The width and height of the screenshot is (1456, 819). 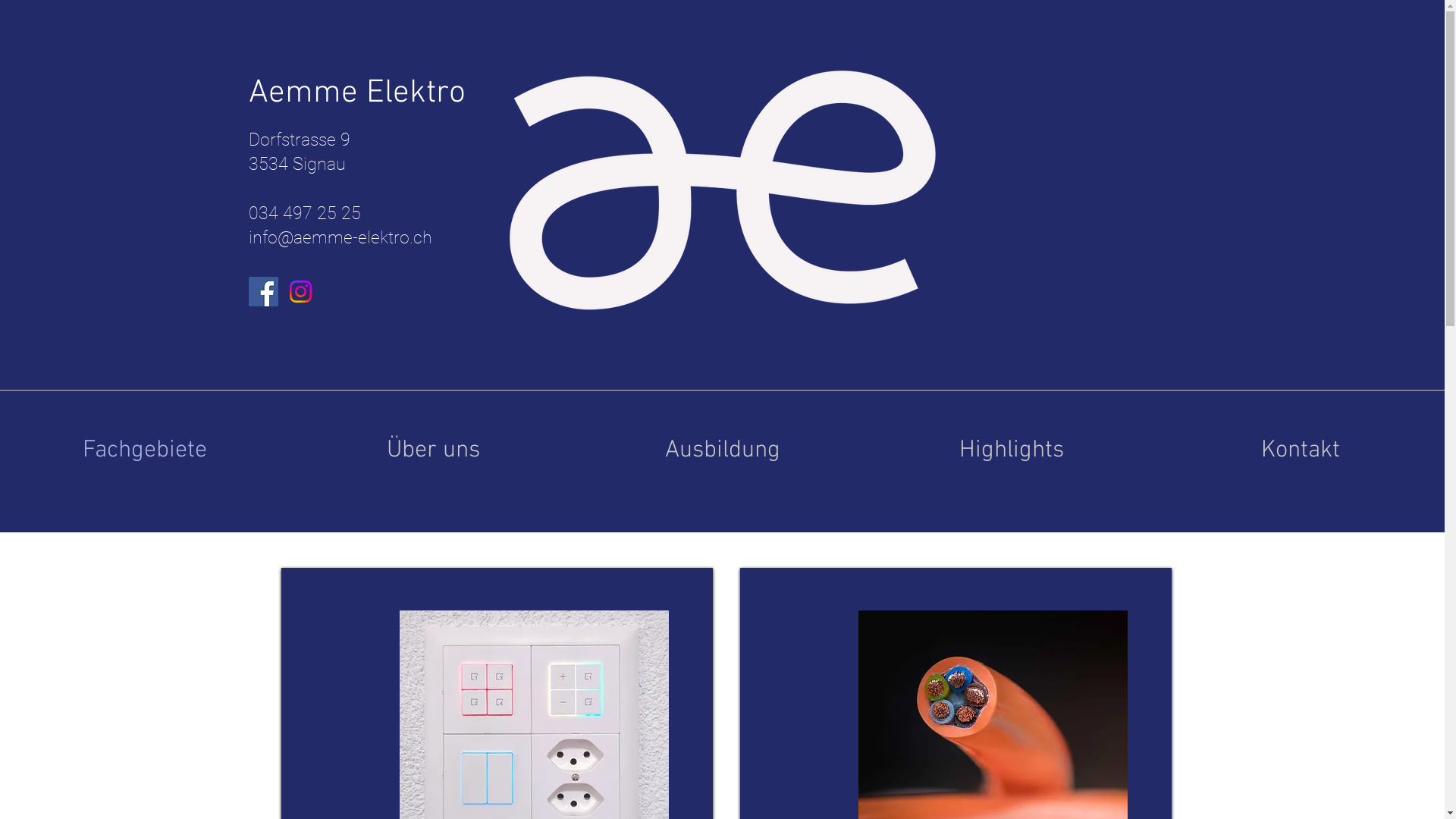 I want to click on 'Highlights', so click(x=1011, y=450).